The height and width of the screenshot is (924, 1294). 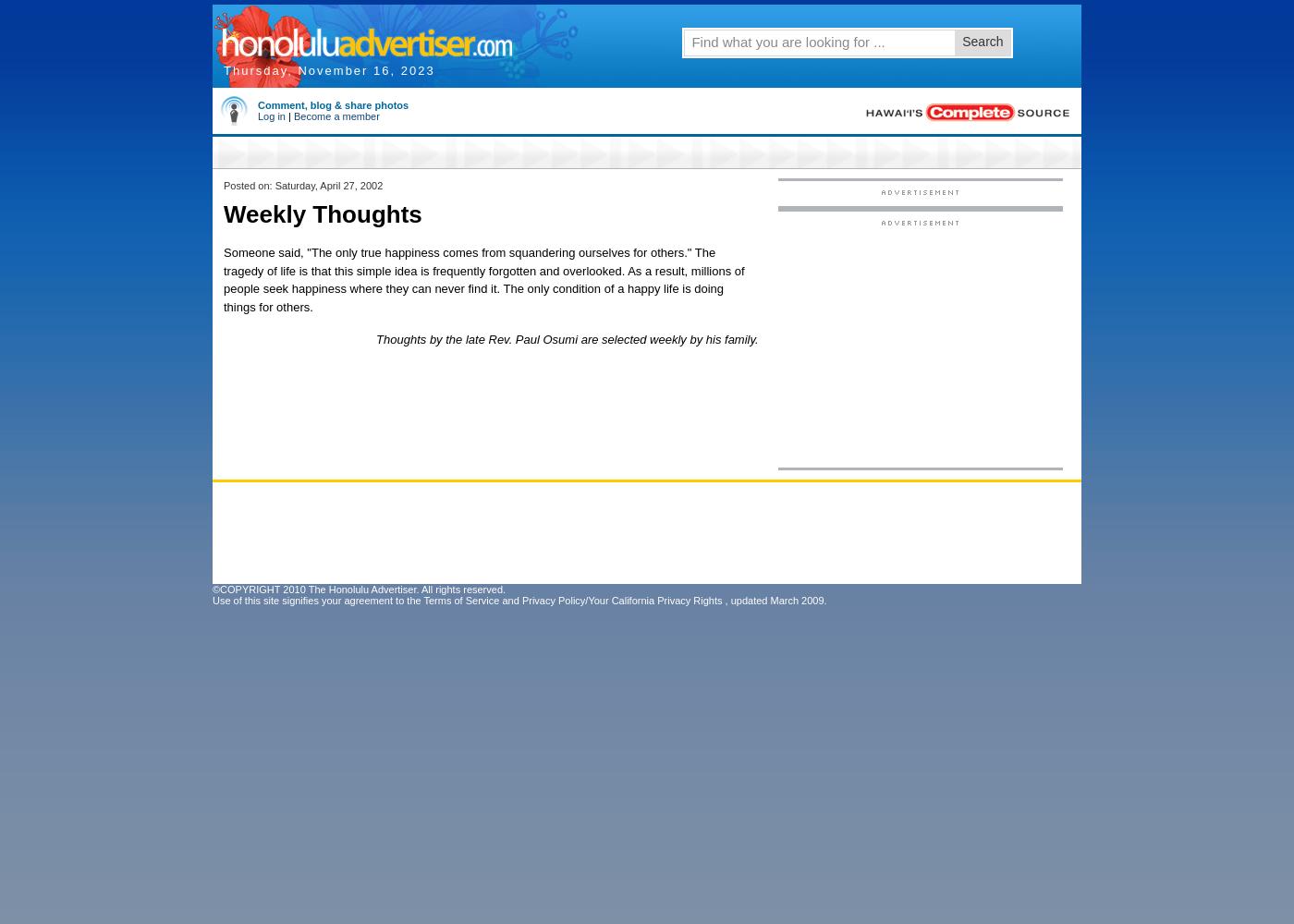 I want to click on 'Search', so click(x=962, y=42).